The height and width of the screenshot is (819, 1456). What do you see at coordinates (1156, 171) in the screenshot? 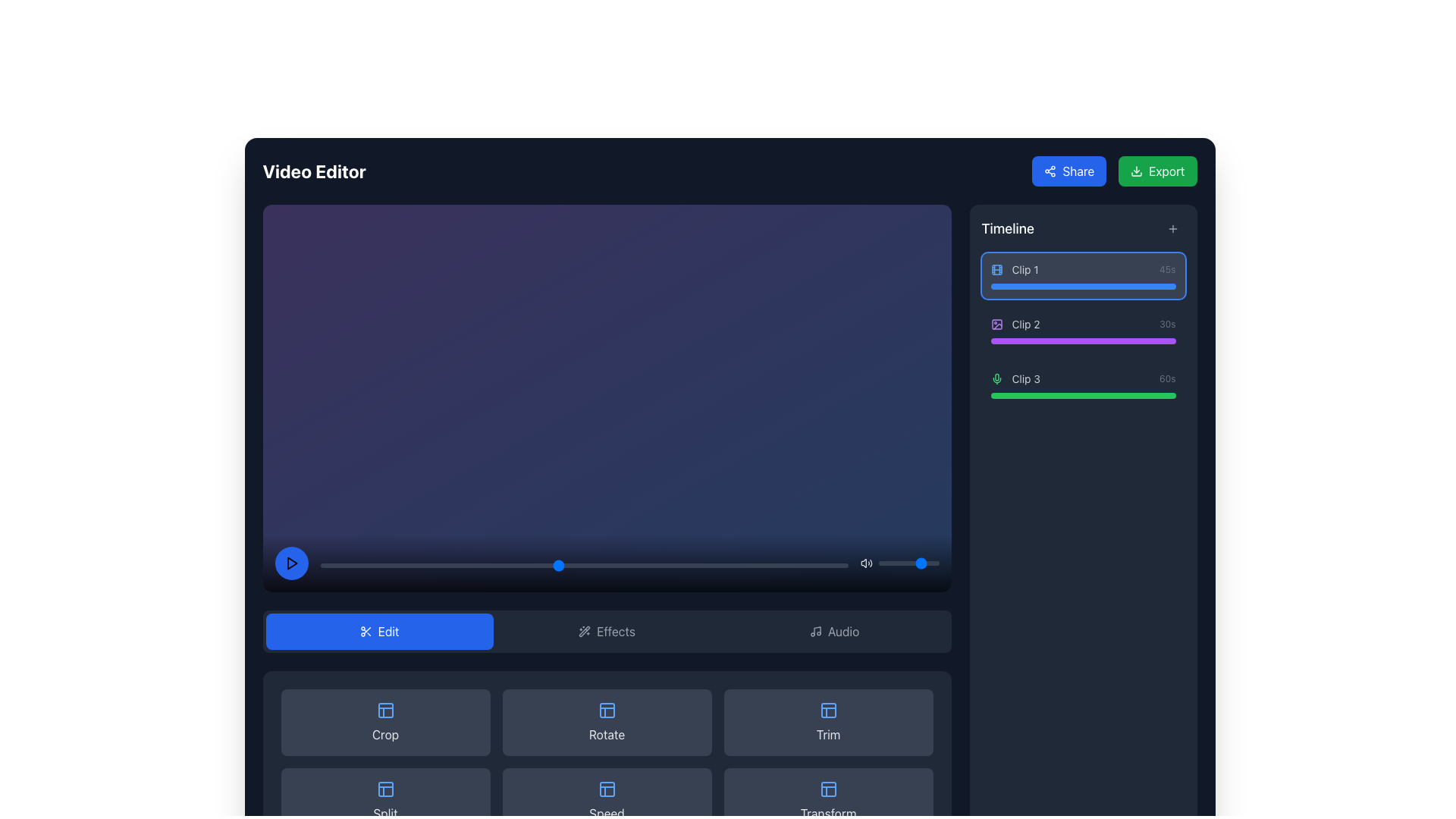
I see `the export button located in the top-right corner of the application interface, next to the blue 'Share' button` at bounding box center [1156, 171].